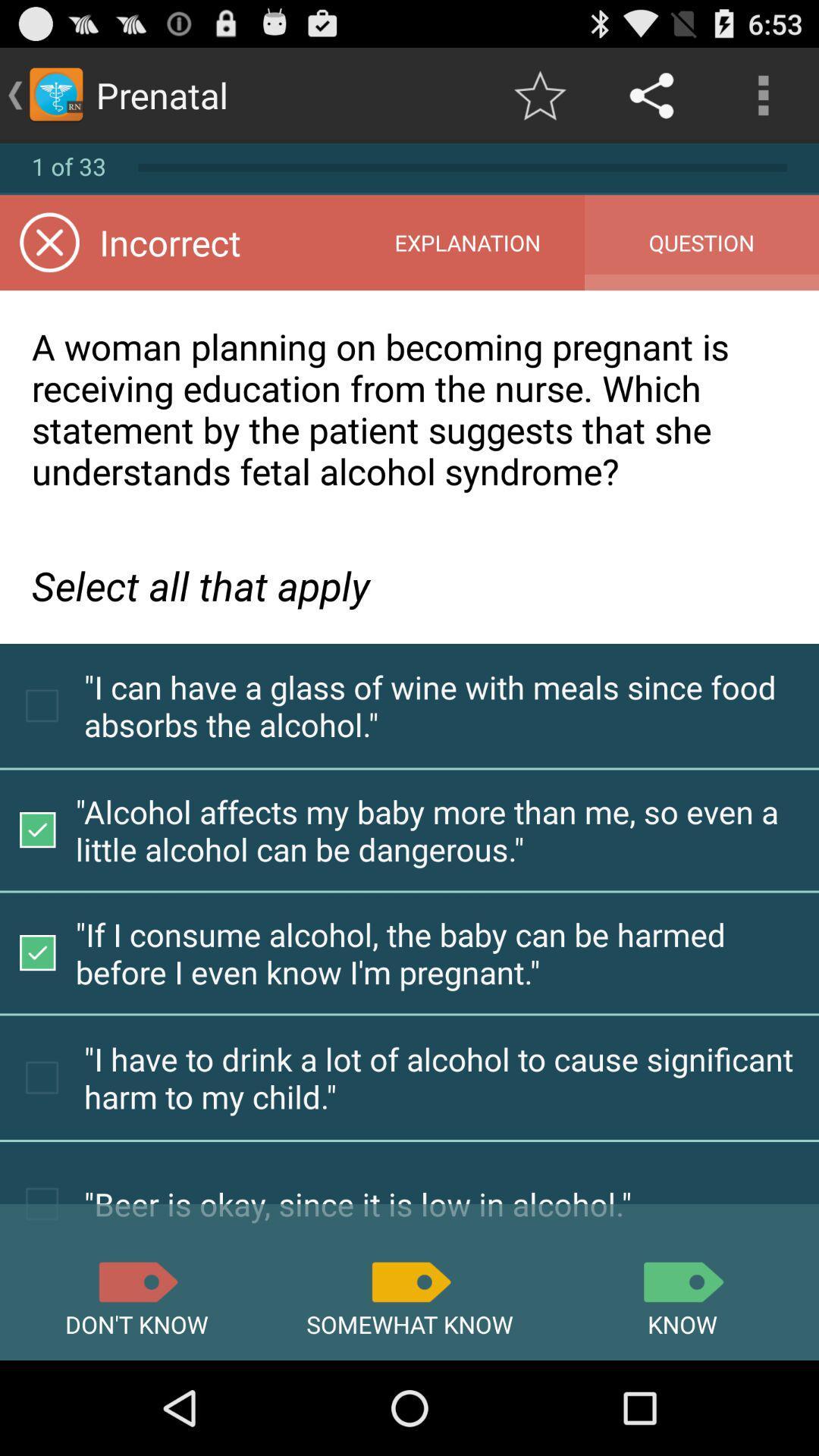 The height and width of the screenshot is (1456, 819). Describe the element at coordinates (466, 243) in the screenshot. I see `icon next to question icon` at that location.